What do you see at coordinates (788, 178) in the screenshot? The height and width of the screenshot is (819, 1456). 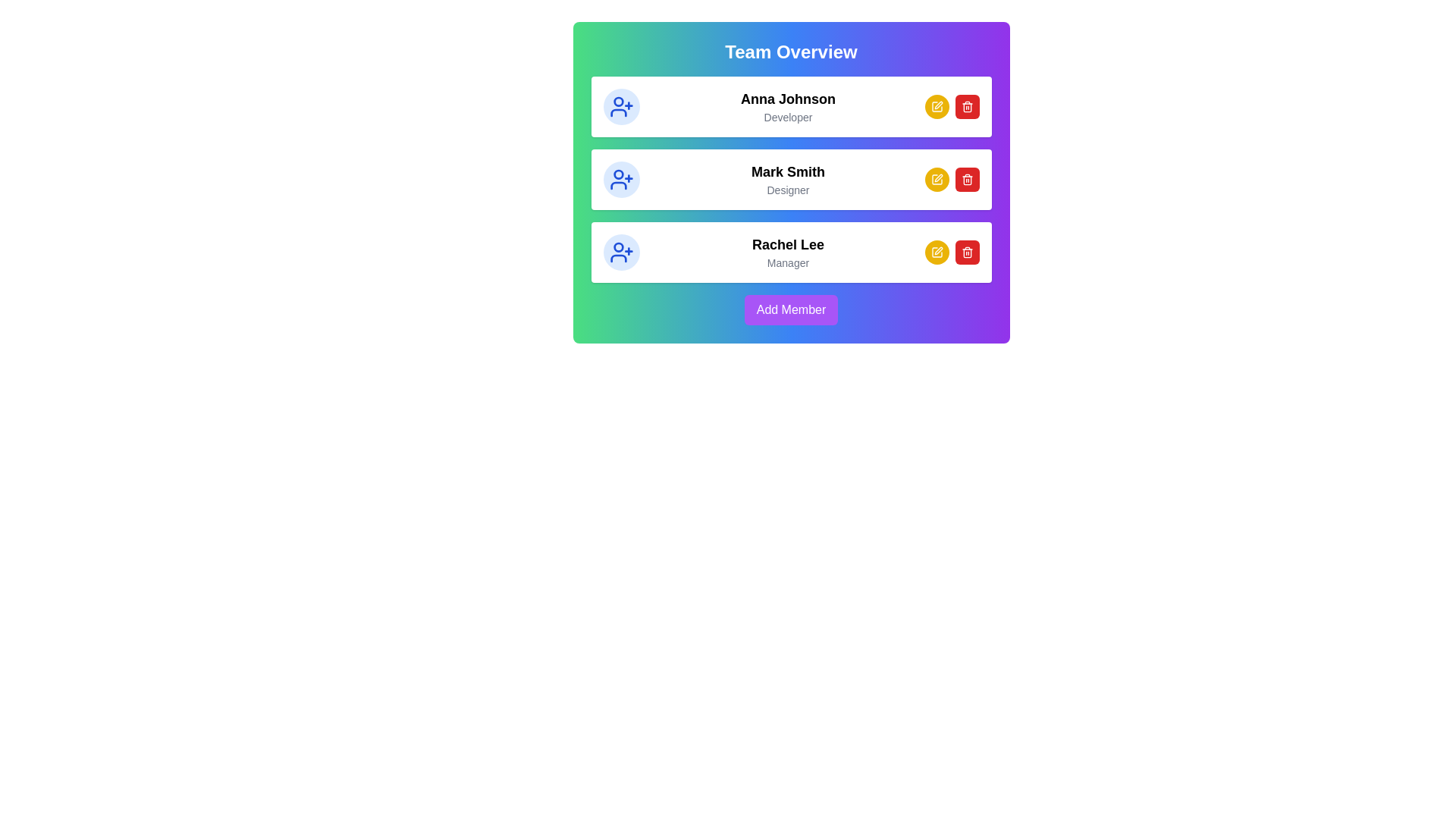 I see `the Text block displaying the identification information of an individual, which is located in the middle of three vertically stacked cards, centered horizontally and to the right of an avatar icon` at bounding box center [788, 178].